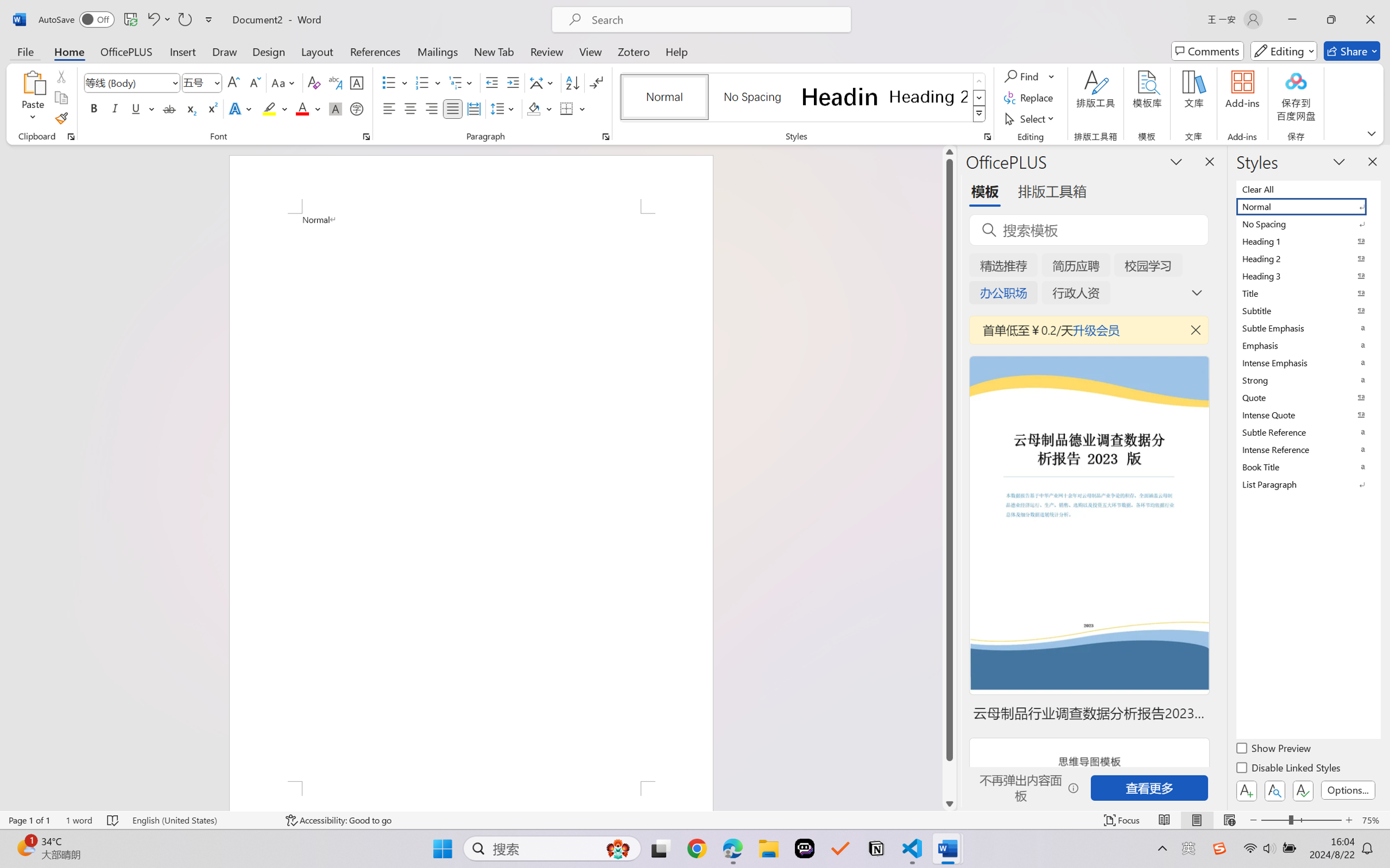  I want to click on 'Page 1 content', so click(470, 497).